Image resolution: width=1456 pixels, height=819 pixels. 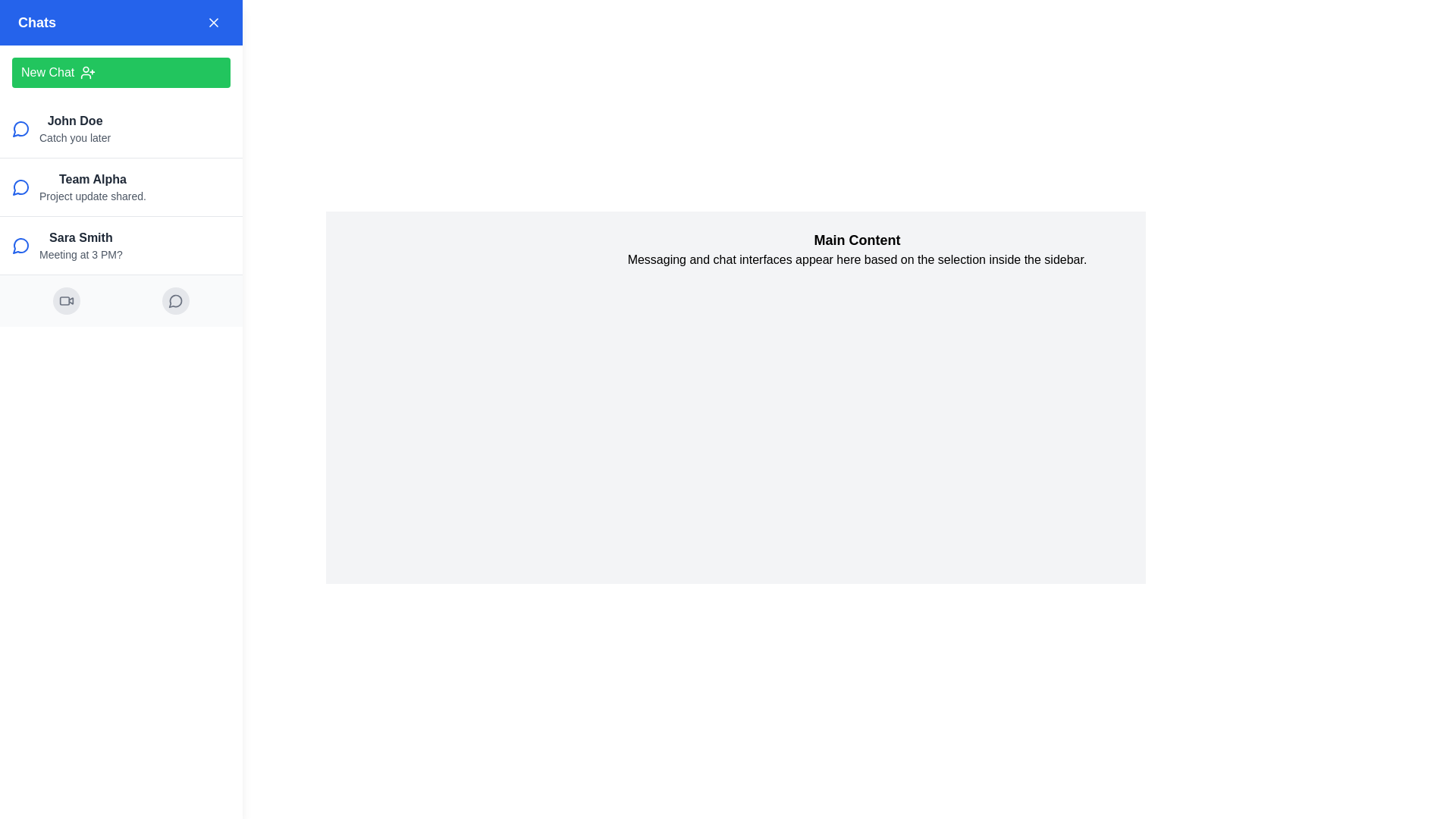 What do you see at coordinates (29, 29) in the screenshot?
I see `the close button located in the top-left corner of the interface` at bounding box center [29, 29].